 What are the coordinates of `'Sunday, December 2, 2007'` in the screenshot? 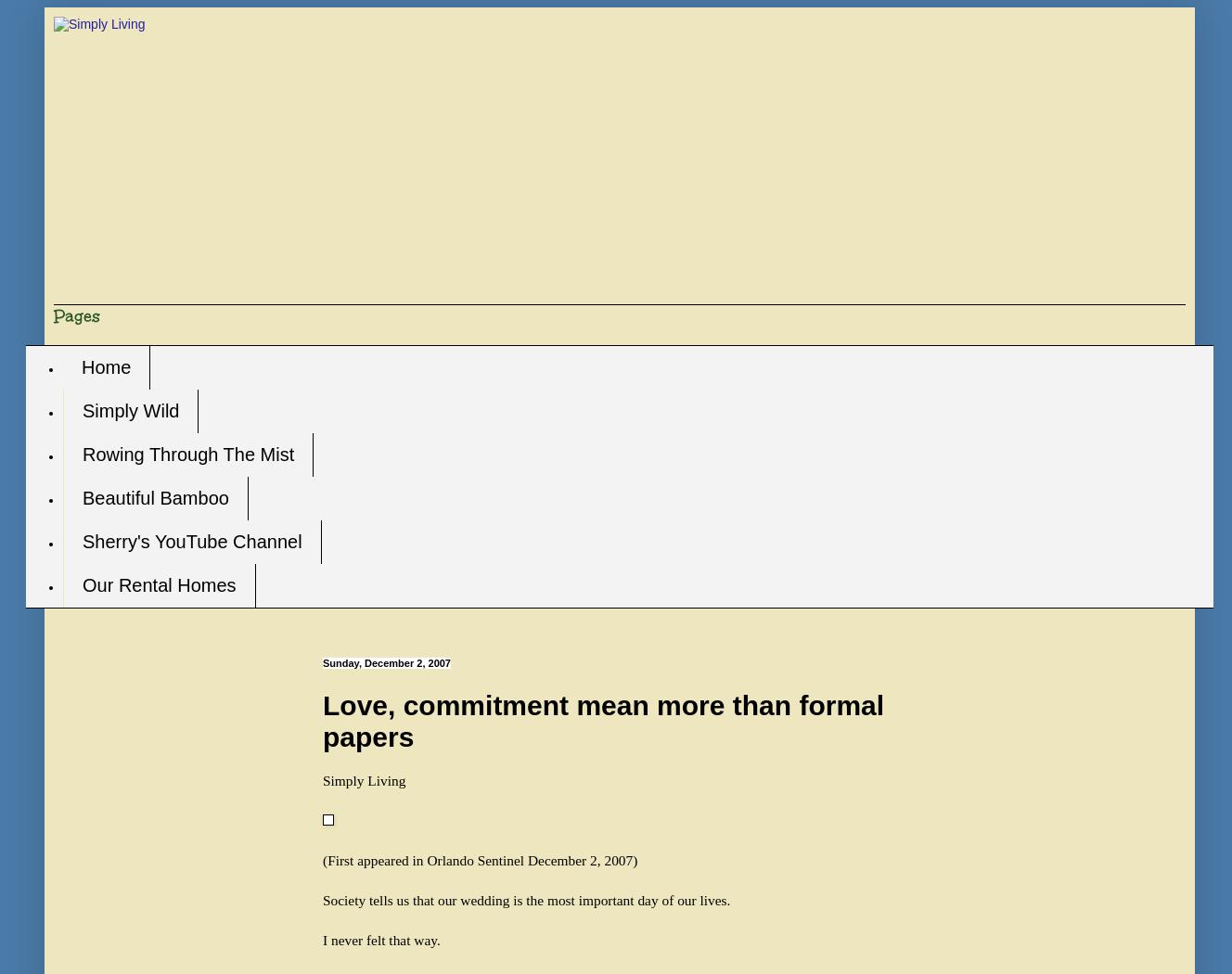 It's located at (386, 662).